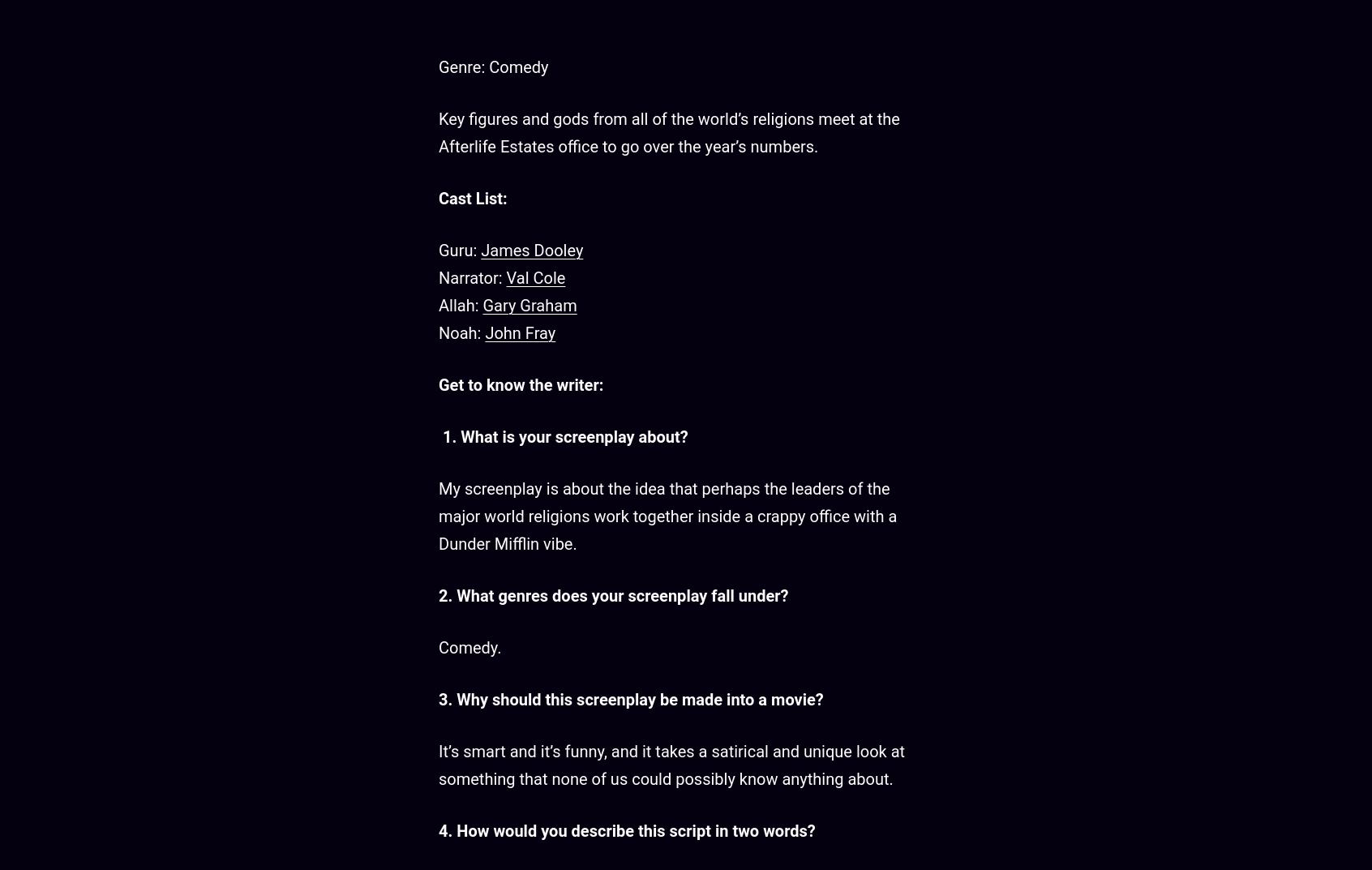 Image resolution: width=1372 pixels, height=870 pixels. Describe the element at coordinates (438, 699) in the screenshot. I see `'3. Why should this screenplay be made into a movie?'` at that location.